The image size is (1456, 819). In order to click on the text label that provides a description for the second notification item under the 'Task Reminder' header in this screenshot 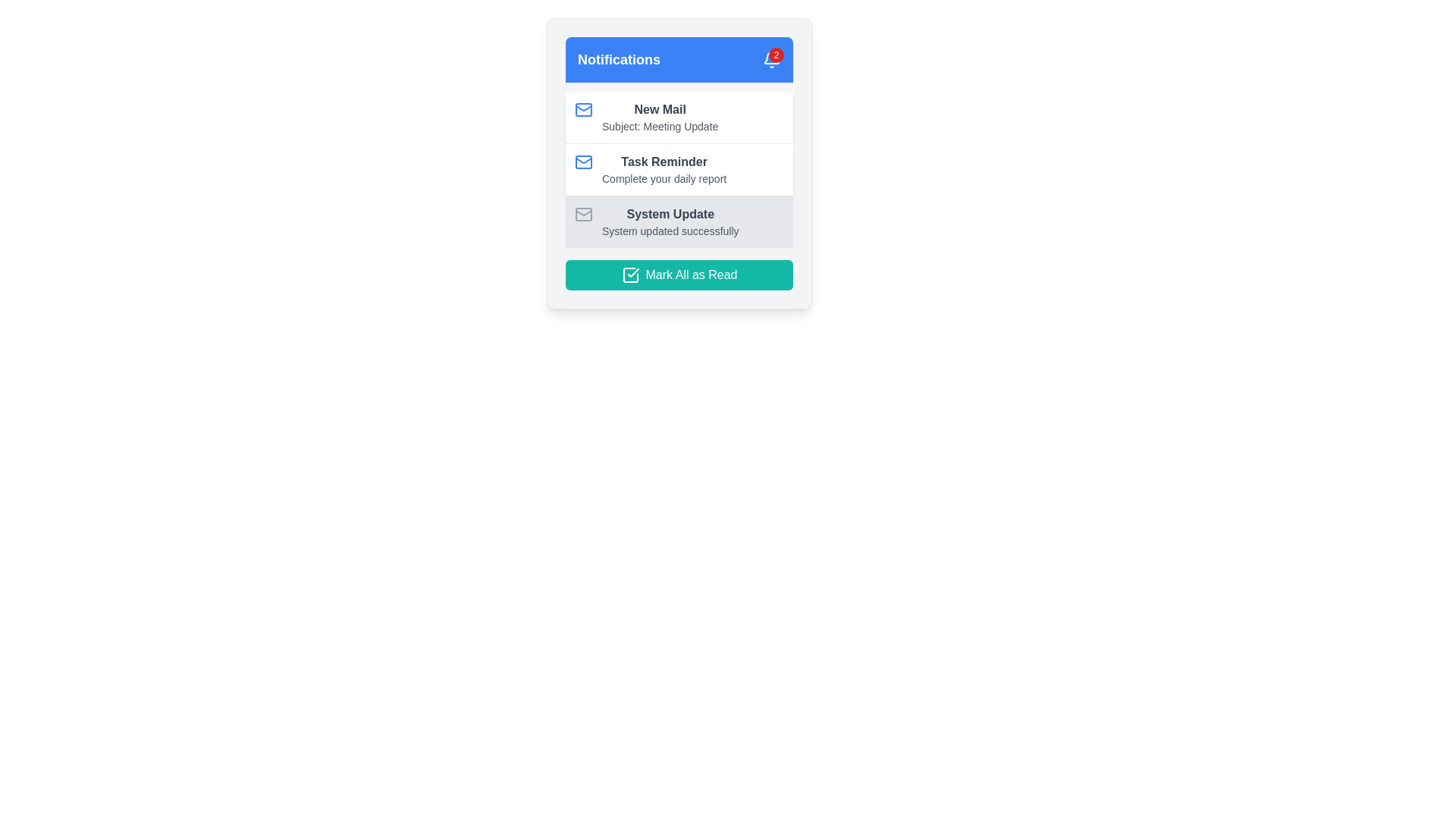, I will do `click(664, 177)`.